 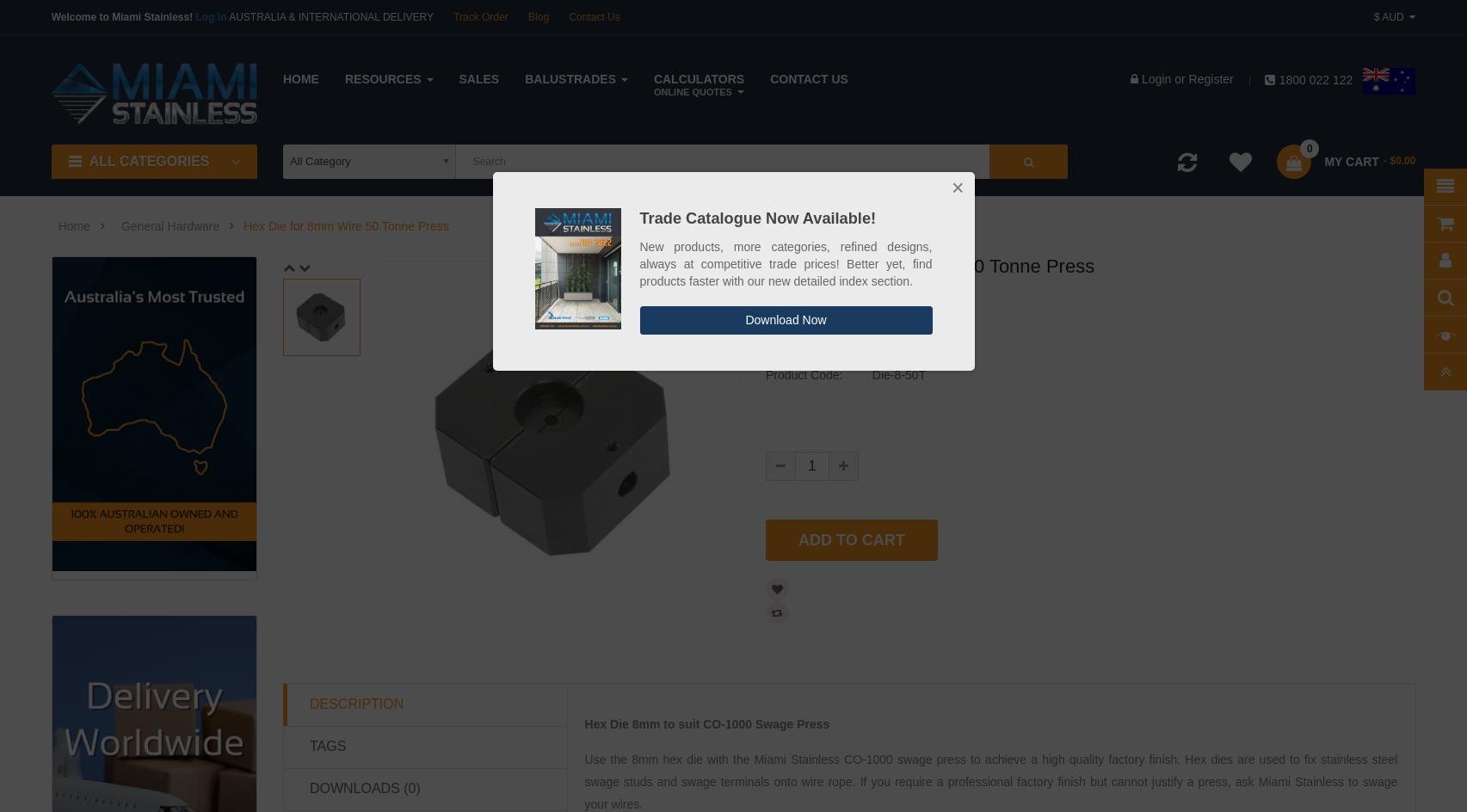 What do you see at coordinates (1392, 260) in the screenshot?
I see `'Account'` at bounding box center [1392, 260].